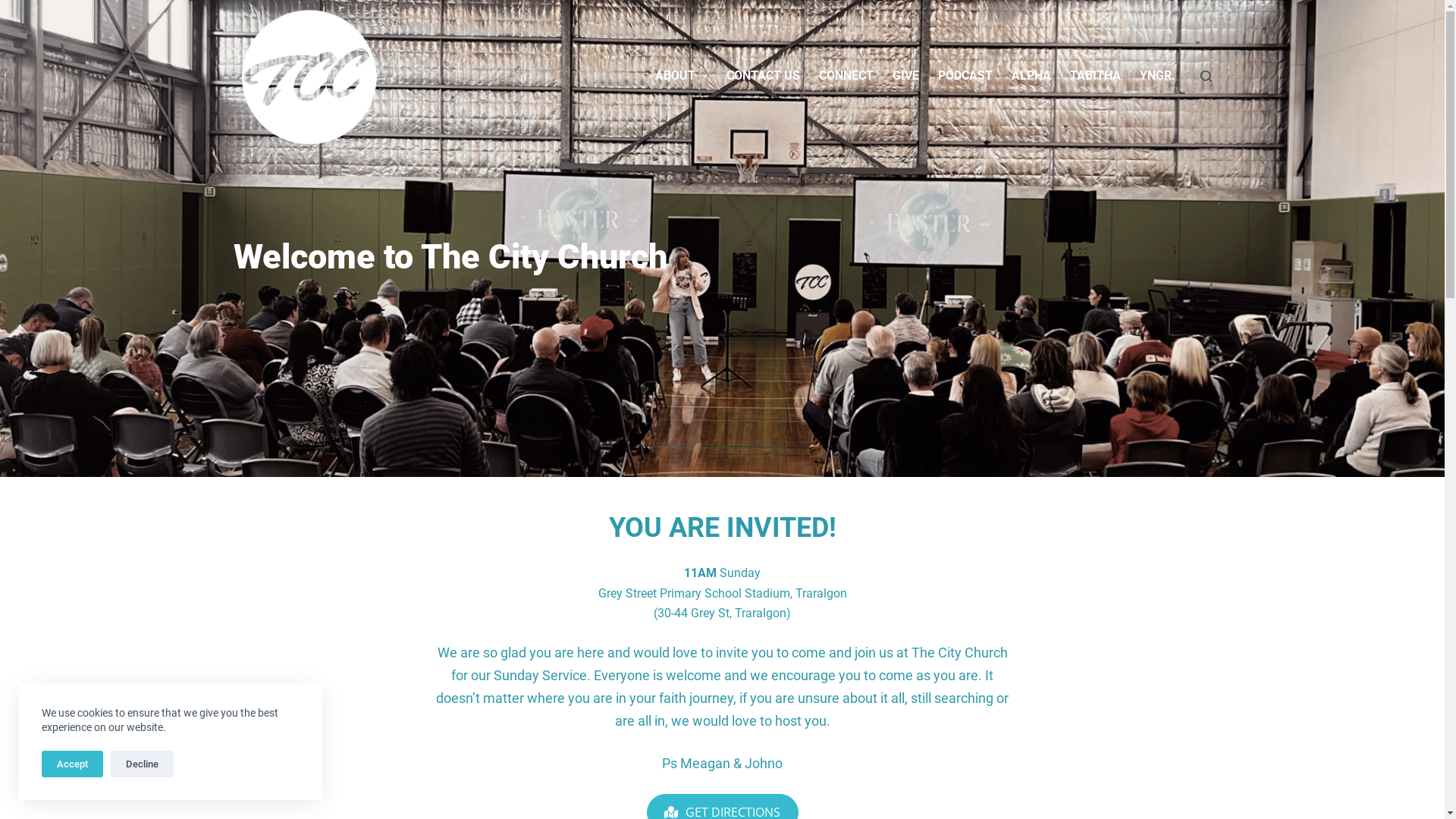 The image size is (1456, 819). What do you see at coordinates (281, 673) in the screenshot?
I see `'Connect with TCC'` at bounding box center [281, 673].